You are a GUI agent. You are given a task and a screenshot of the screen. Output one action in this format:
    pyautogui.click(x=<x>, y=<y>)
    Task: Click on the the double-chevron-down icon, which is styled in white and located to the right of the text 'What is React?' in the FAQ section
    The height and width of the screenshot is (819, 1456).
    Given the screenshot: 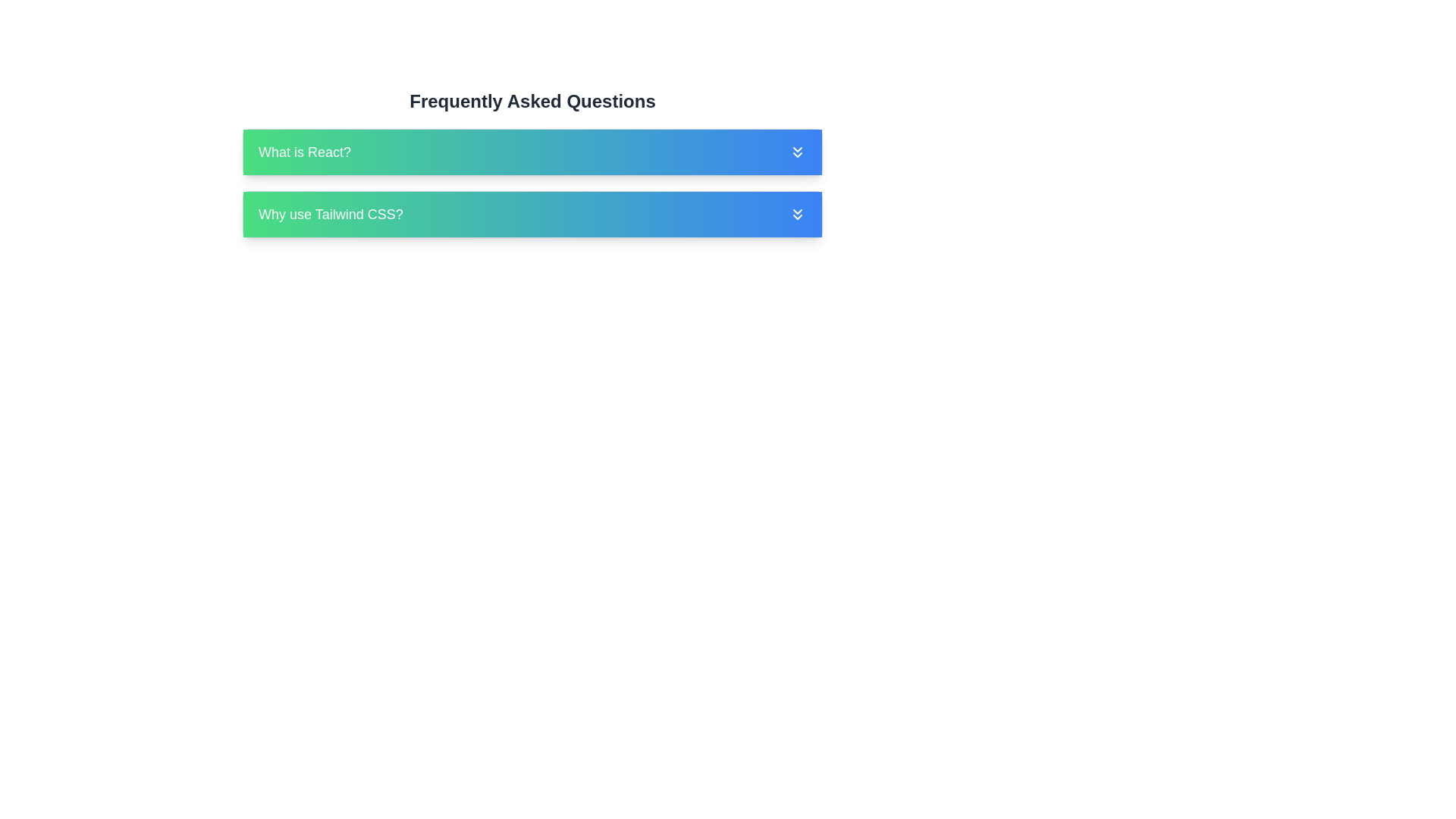 What is the action you would take?
    pyautogui.click(x=796, y=152)
    